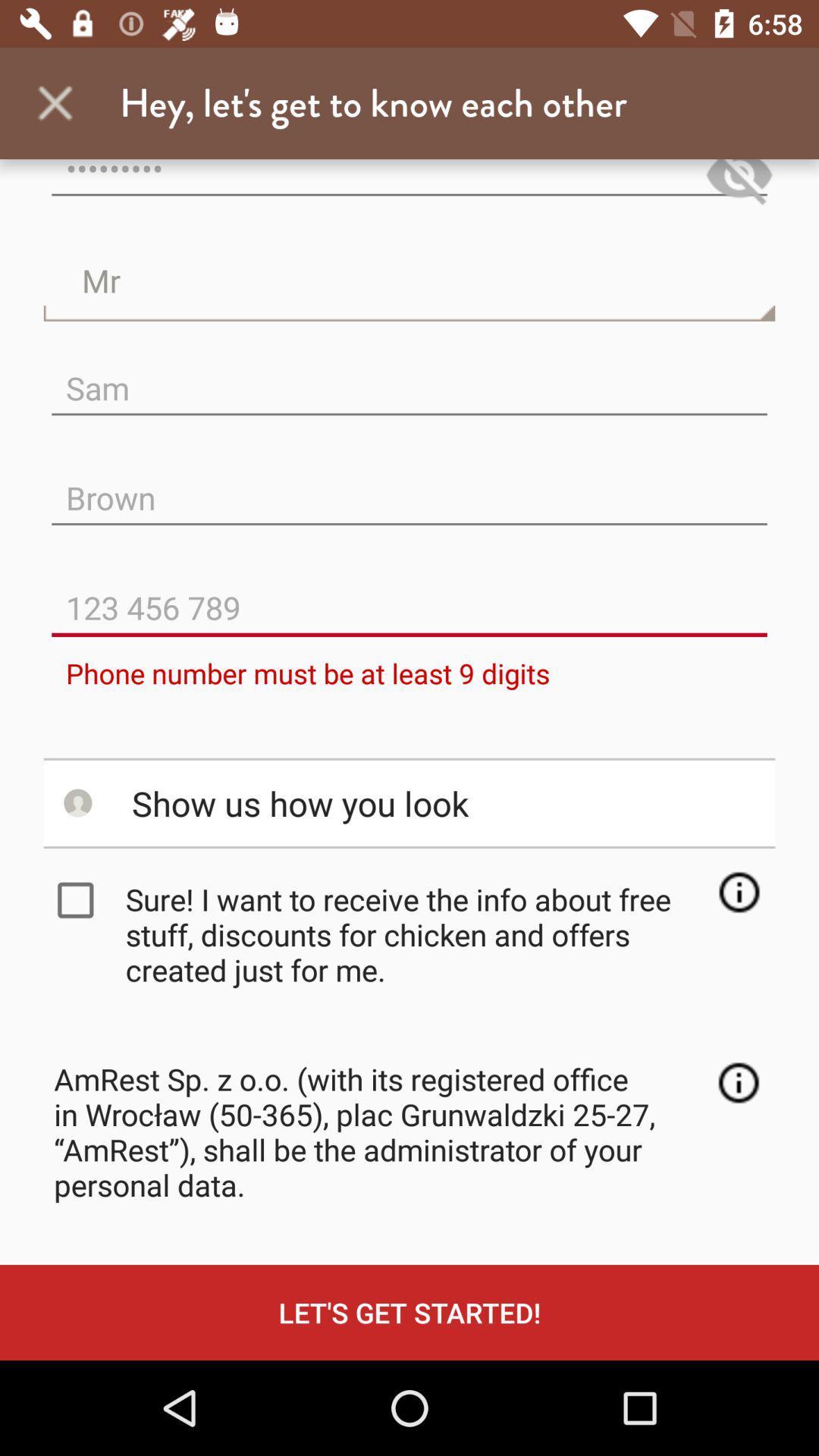 Image resolution: width=819 pixels, height=1456 pixels. Describe the element at coordinates (79, 900) in the screenshot. I see `checkbox` at that location.